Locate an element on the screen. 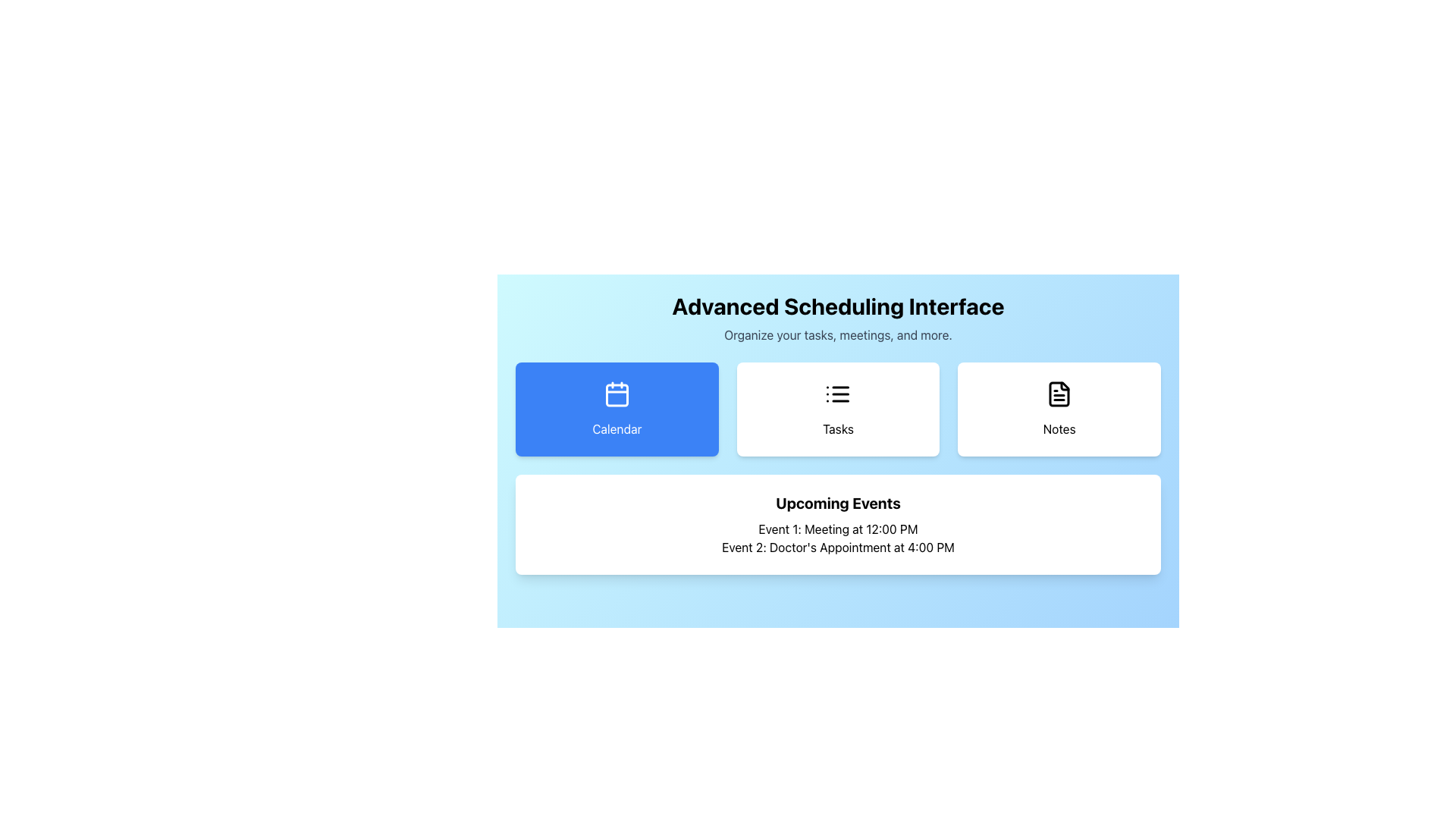 The image size is (1456, 819). header text located at the top-center of the interface, which serves as the main title for the application is located at coordinates (837, 306).